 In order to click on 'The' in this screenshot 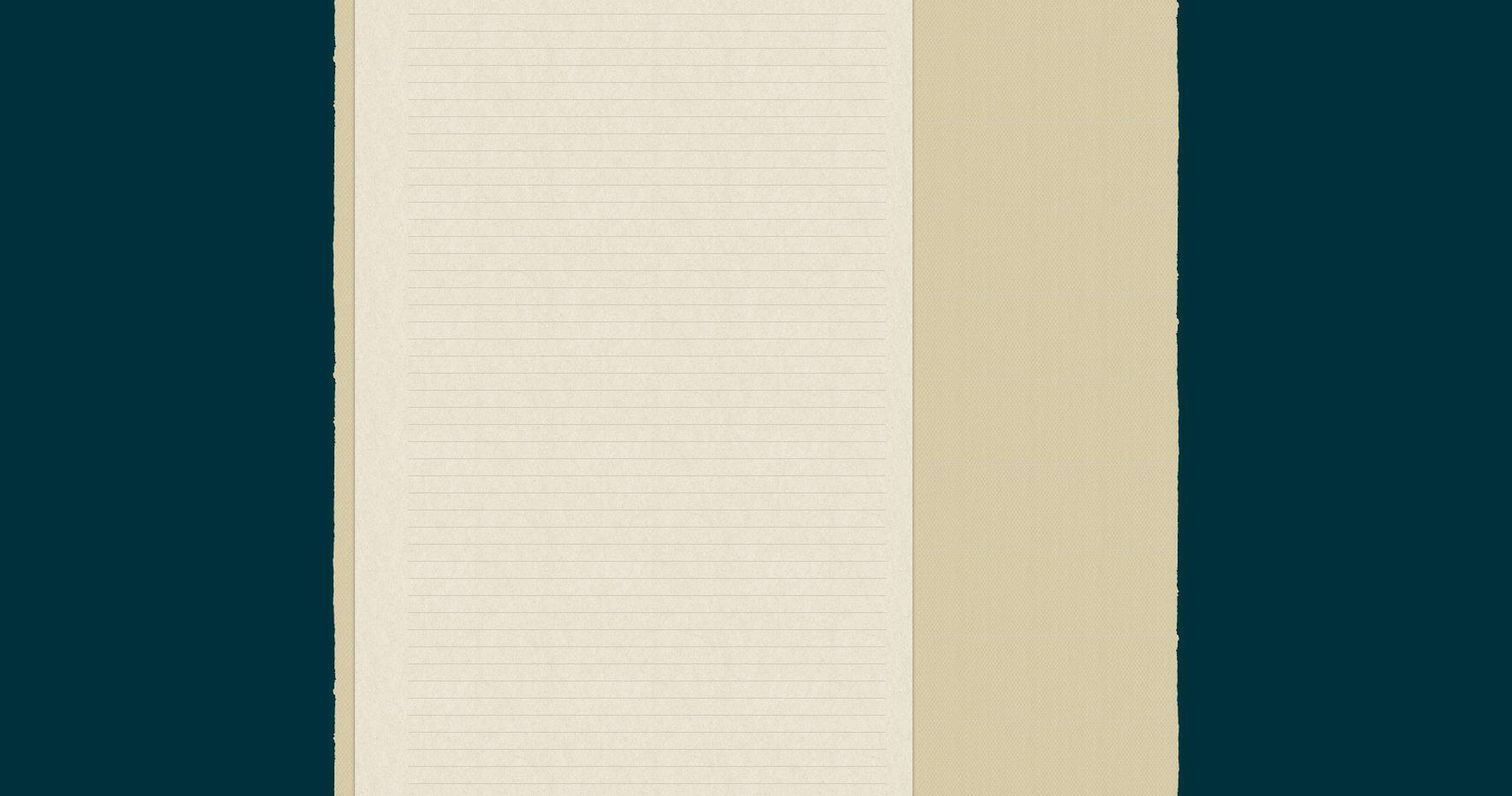, I will do `click(783, 608)`.